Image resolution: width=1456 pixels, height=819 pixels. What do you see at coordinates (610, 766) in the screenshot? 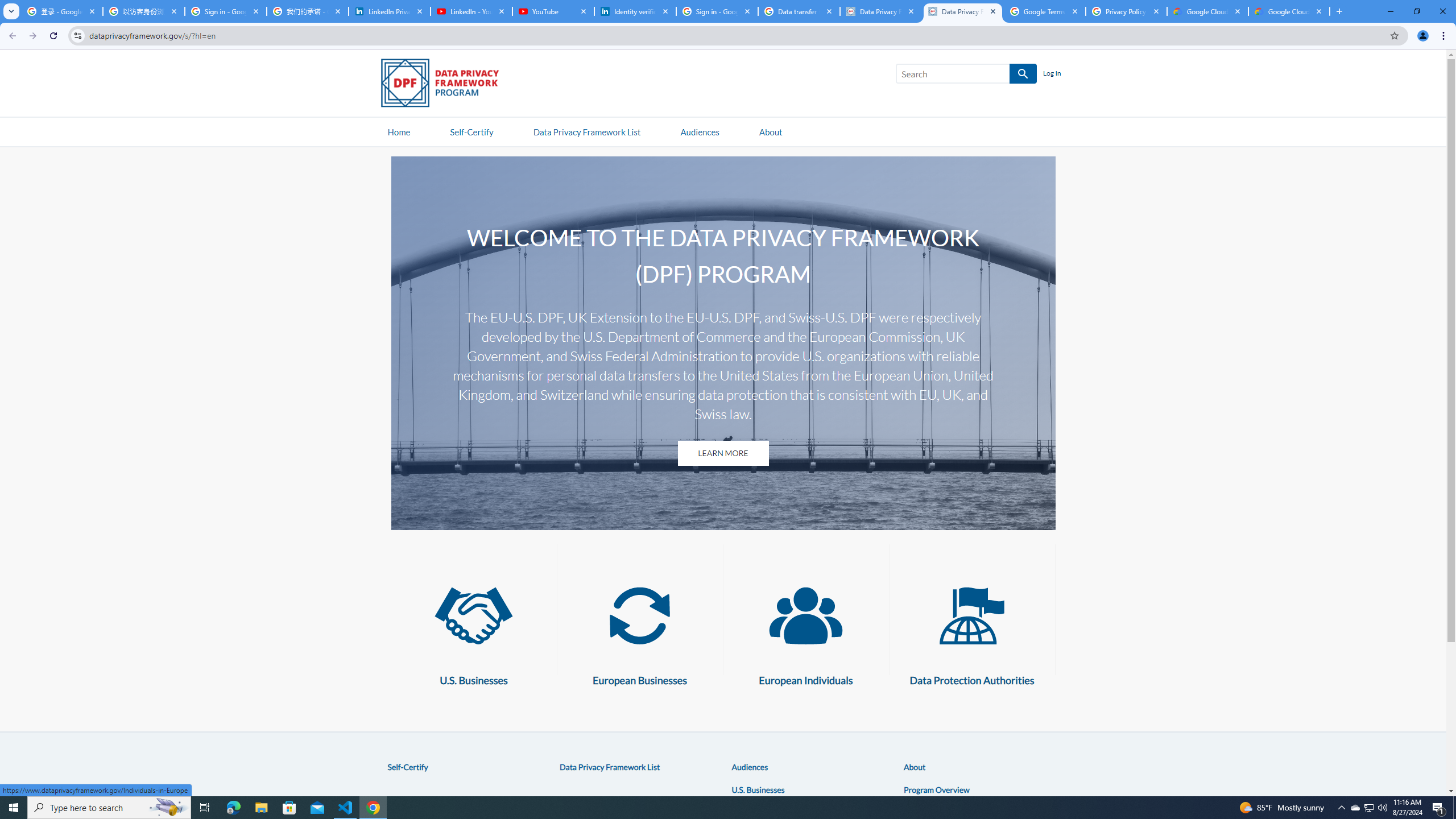
I see `'Data Privacy Framework List'` at bounding box center [610, 766].